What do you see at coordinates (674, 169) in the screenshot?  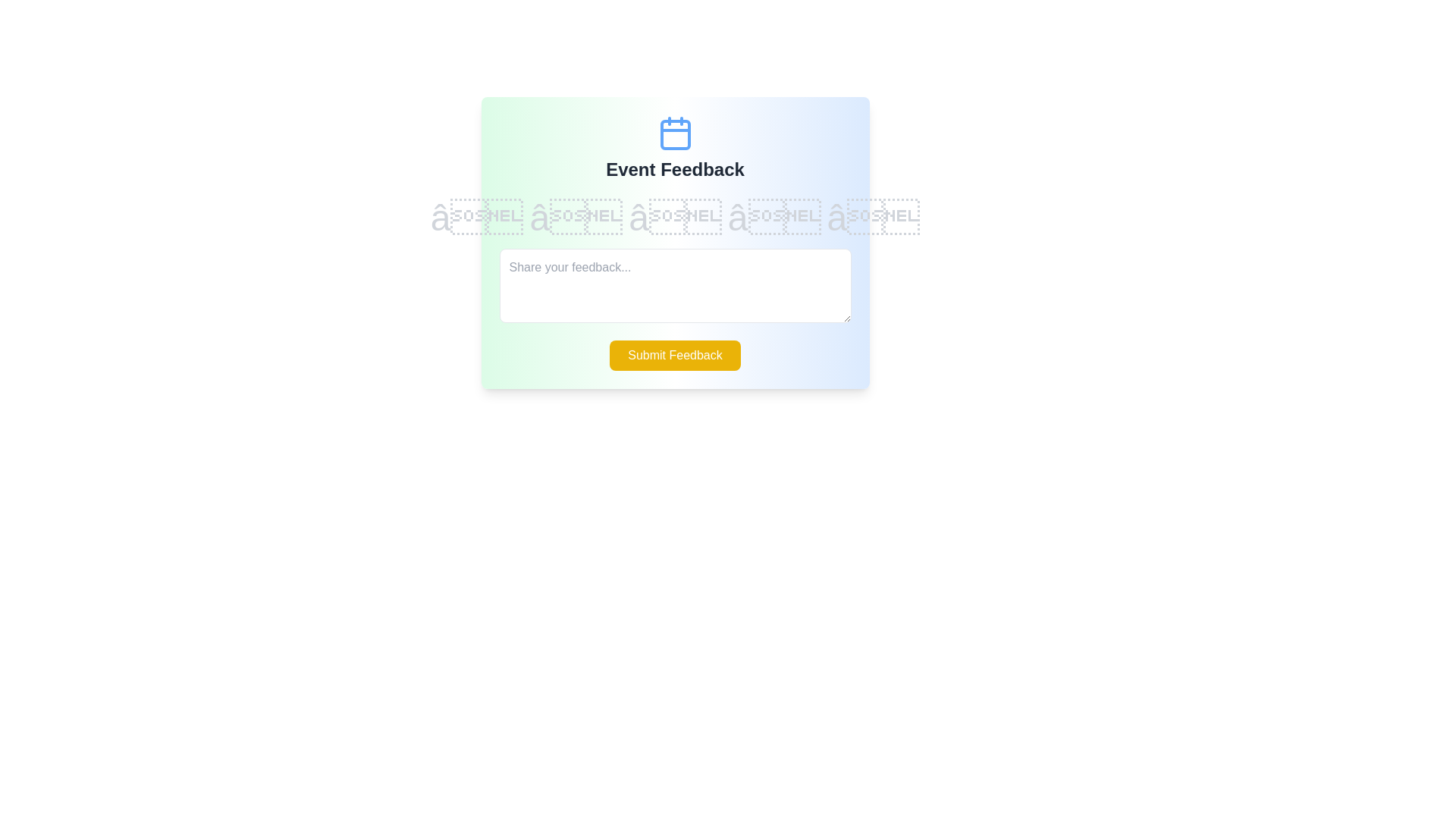 I see `the 'Event Feedback' title for reading` at bounding box center [674, 169].